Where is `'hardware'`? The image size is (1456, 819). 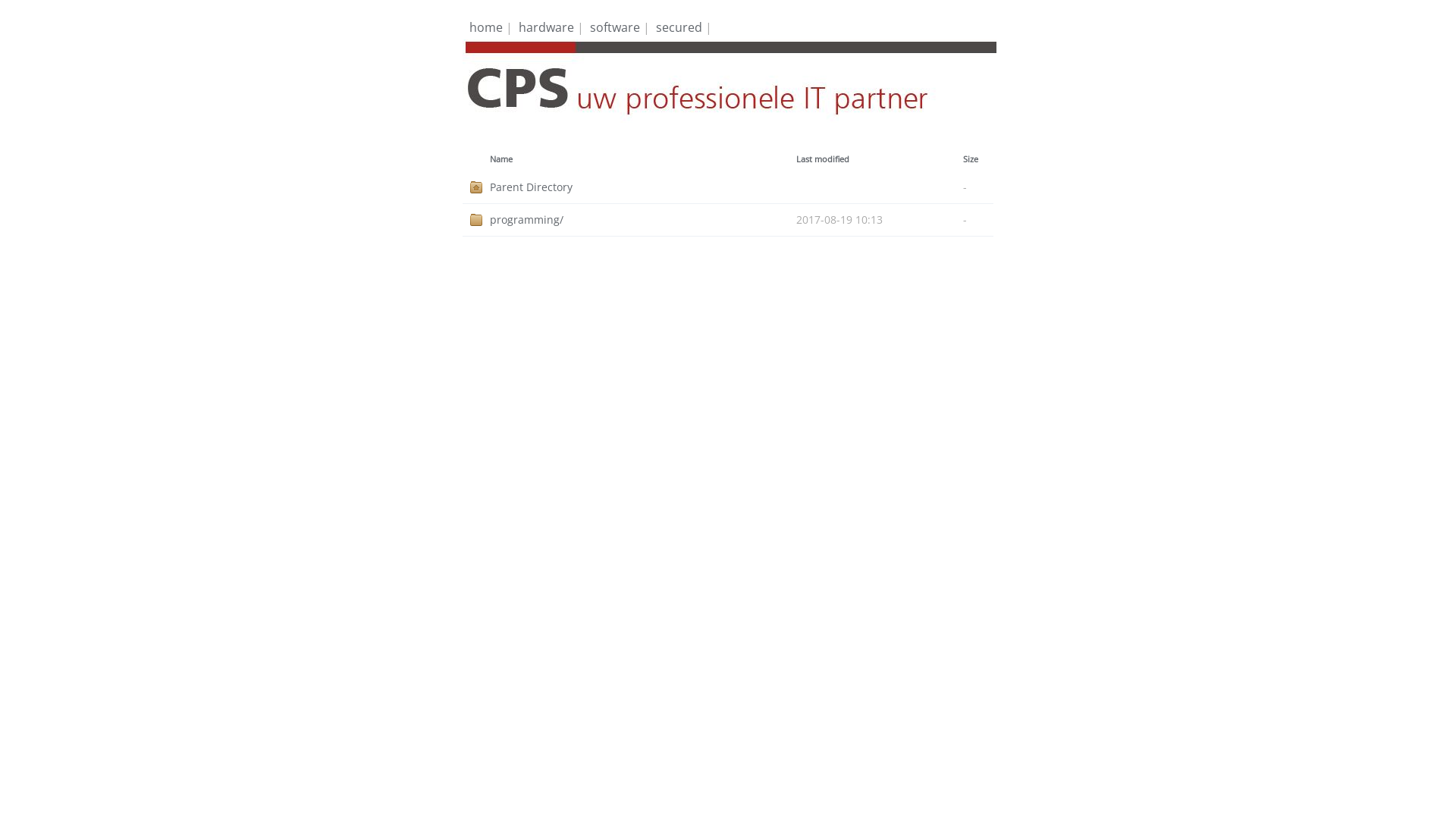 'hardware' is located at coordinates (546, 27).